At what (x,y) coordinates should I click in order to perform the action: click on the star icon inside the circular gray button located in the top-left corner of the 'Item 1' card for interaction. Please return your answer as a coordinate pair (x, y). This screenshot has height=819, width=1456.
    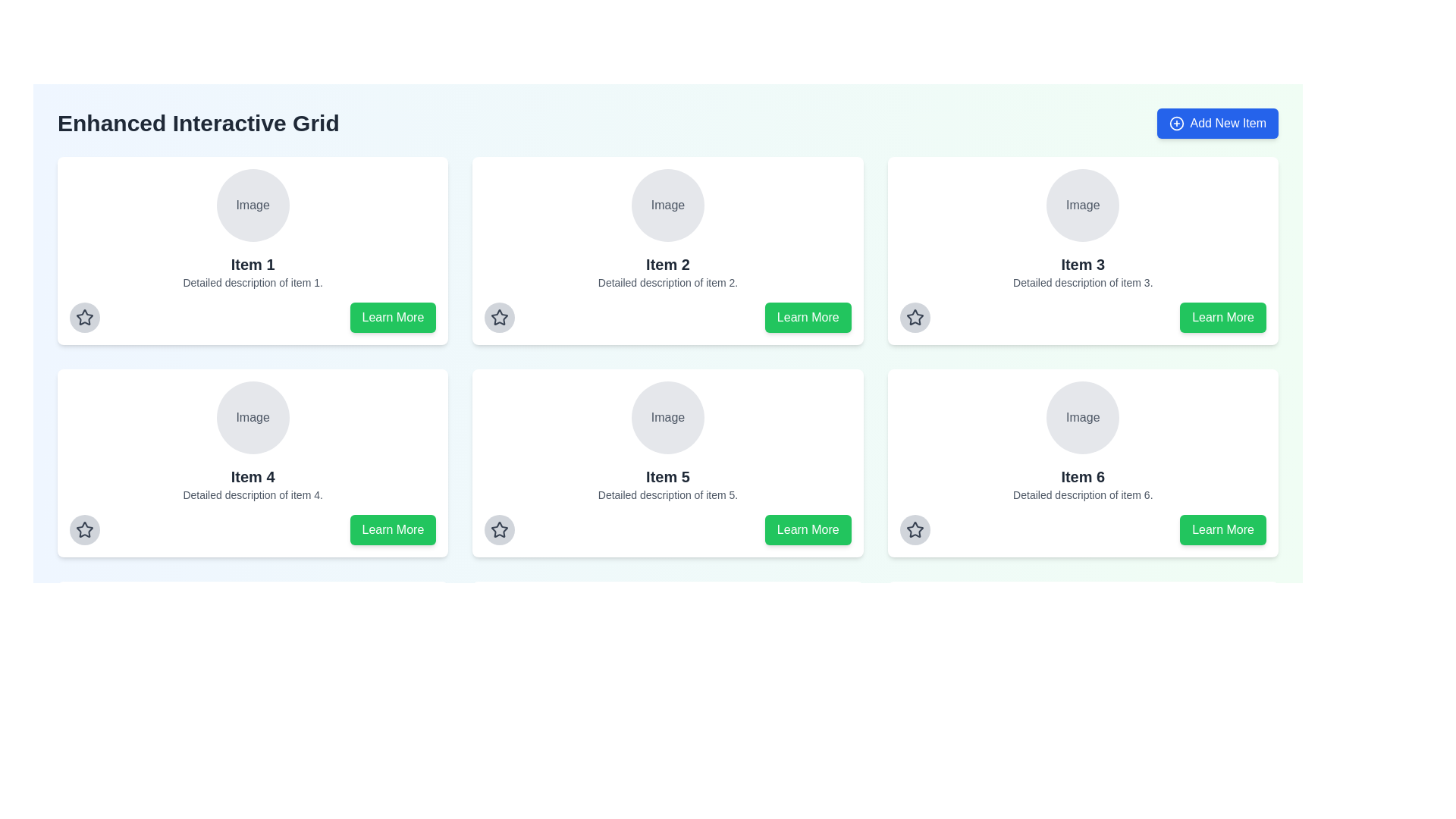
    Looking at the image, I should click on (83, 317).